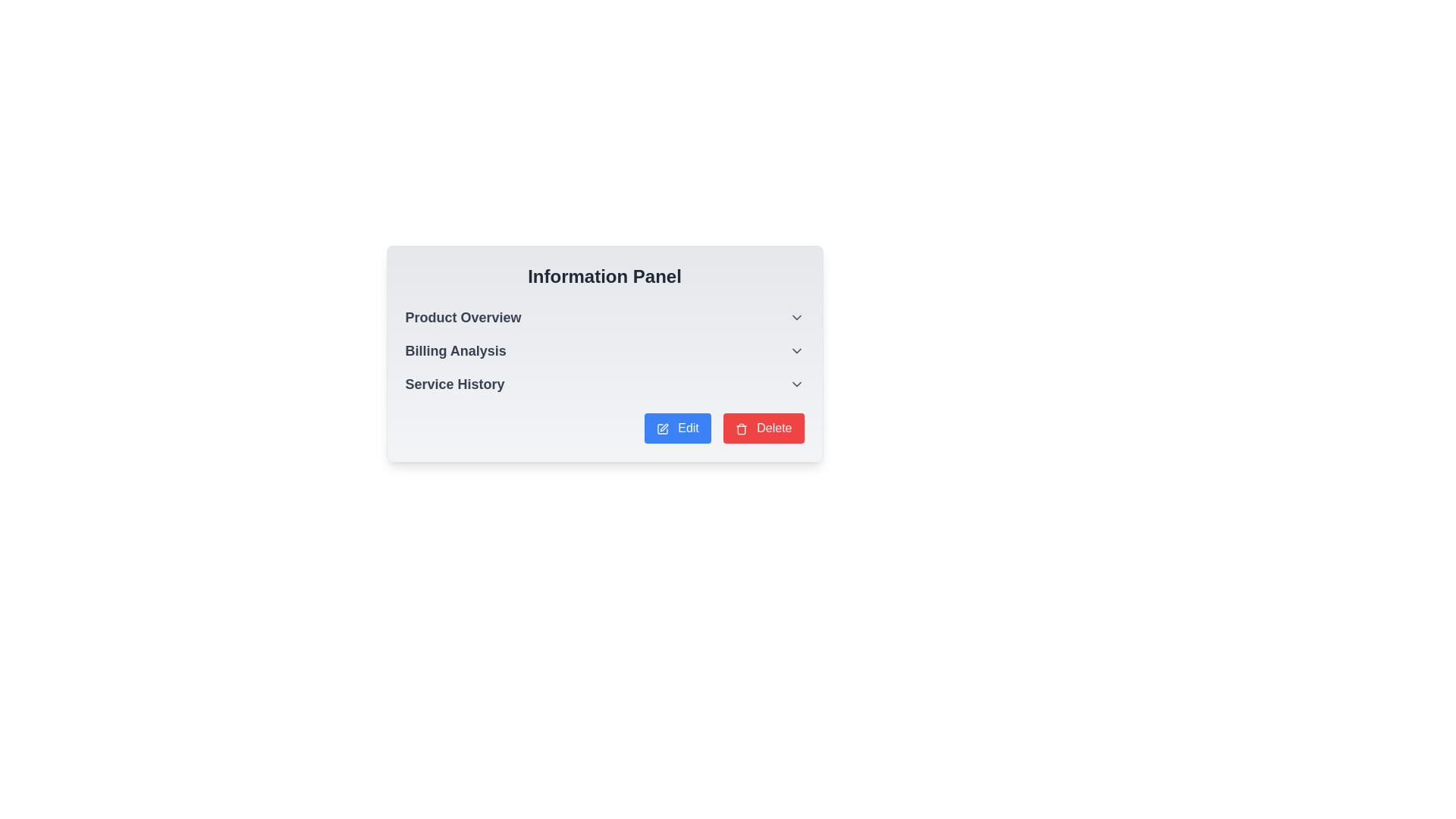  What do you see at coordinates (676, 428) in the screenshot?
I see `the edit button located in the bottom right section of the 'Information Panel' to activate its hover effect` at bounding box center [676, 428].